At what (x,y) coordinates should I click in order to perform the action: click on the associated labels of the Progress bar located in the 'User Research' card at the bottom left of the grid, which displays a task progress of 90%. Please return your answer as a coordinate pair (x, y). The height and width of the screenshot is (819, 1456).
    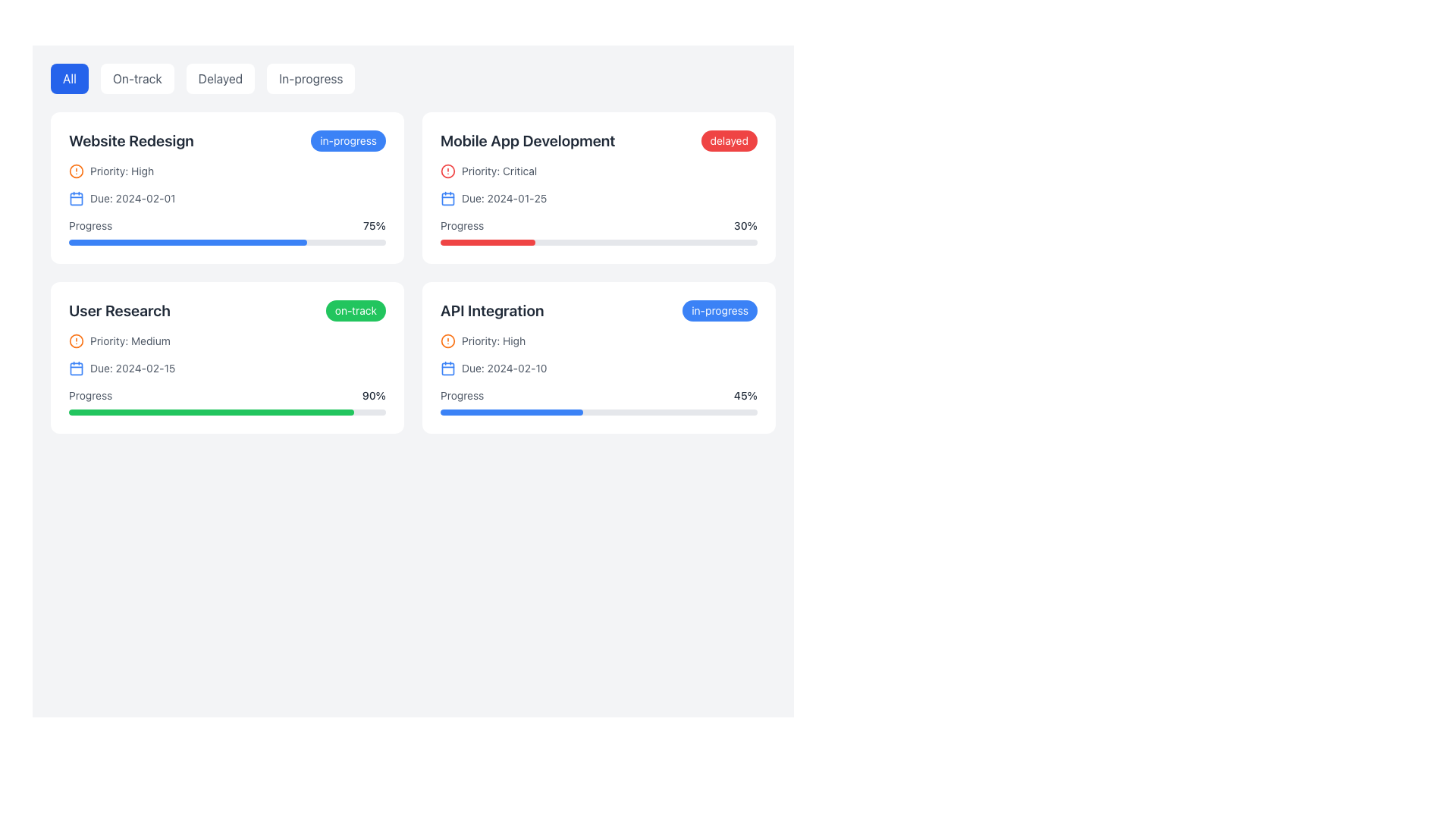
    Looking at the image, I should click on (226, 400).